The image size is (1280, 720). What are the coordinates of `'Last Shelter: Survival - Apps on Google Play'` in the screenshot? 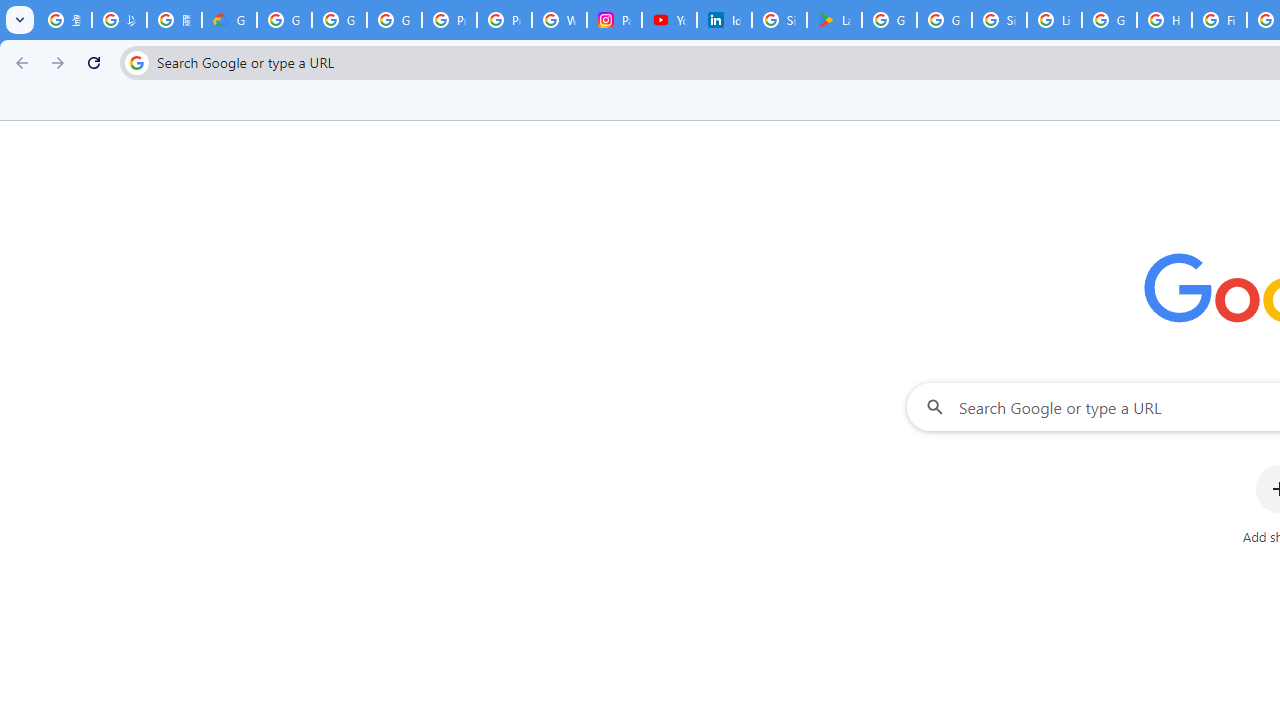 It's located at (833, 20).